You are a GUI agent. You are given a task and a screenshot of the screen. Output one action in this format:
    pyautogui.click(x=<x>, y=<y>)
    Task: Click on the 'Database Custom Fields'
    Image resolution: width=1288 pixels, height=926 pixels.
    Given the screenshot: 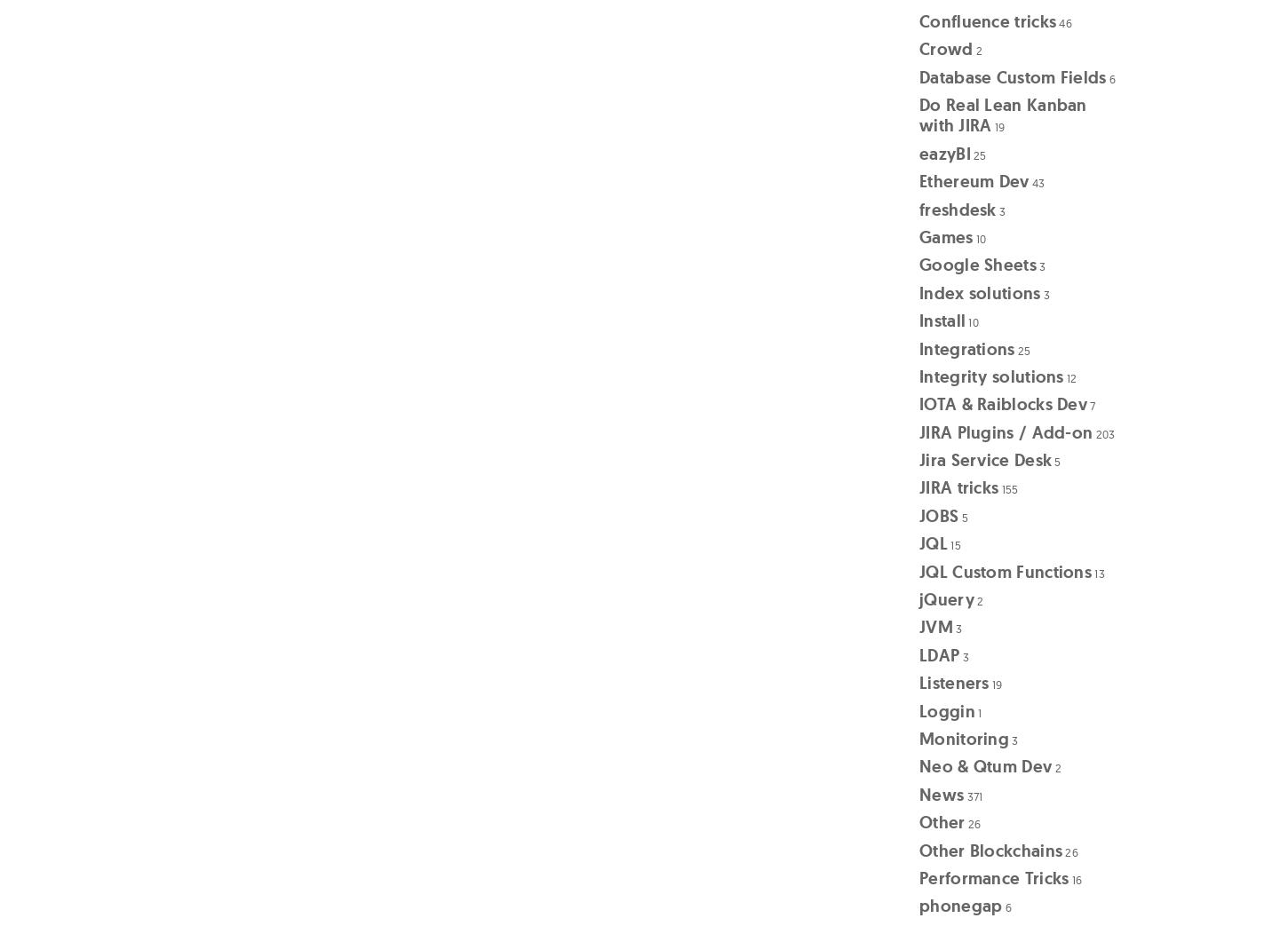 What is the action you would take?
    pyautogui.click(x=1011, y=76)
    